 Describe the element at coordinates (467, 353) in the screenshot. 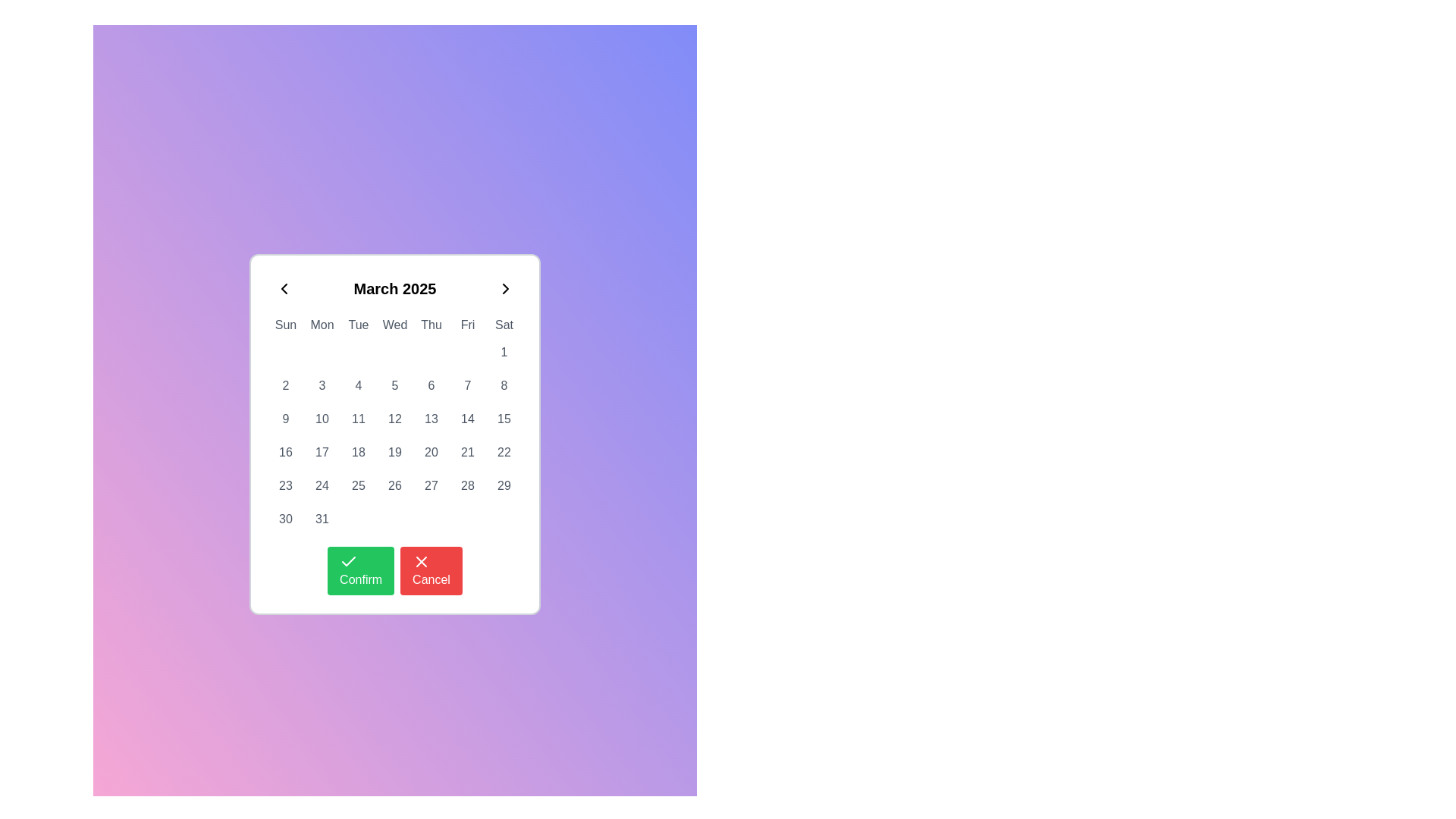

I see `small square decorative placeholder located under the 'Fri' header in the calendar grid` at that location.